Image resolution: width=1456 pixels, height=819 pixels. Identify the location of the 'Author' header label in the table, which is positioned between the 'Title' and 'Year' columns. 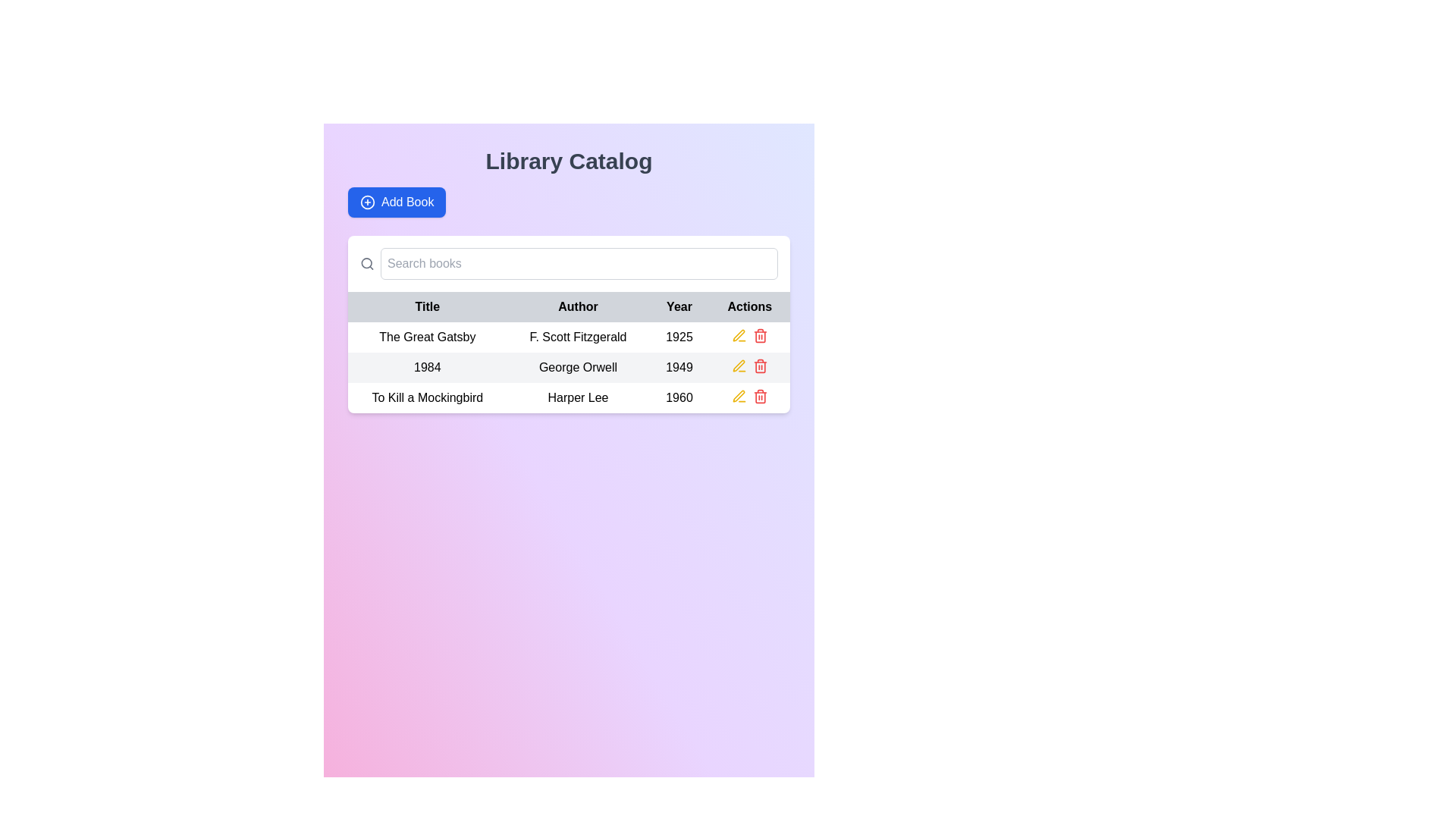
(577, 307).